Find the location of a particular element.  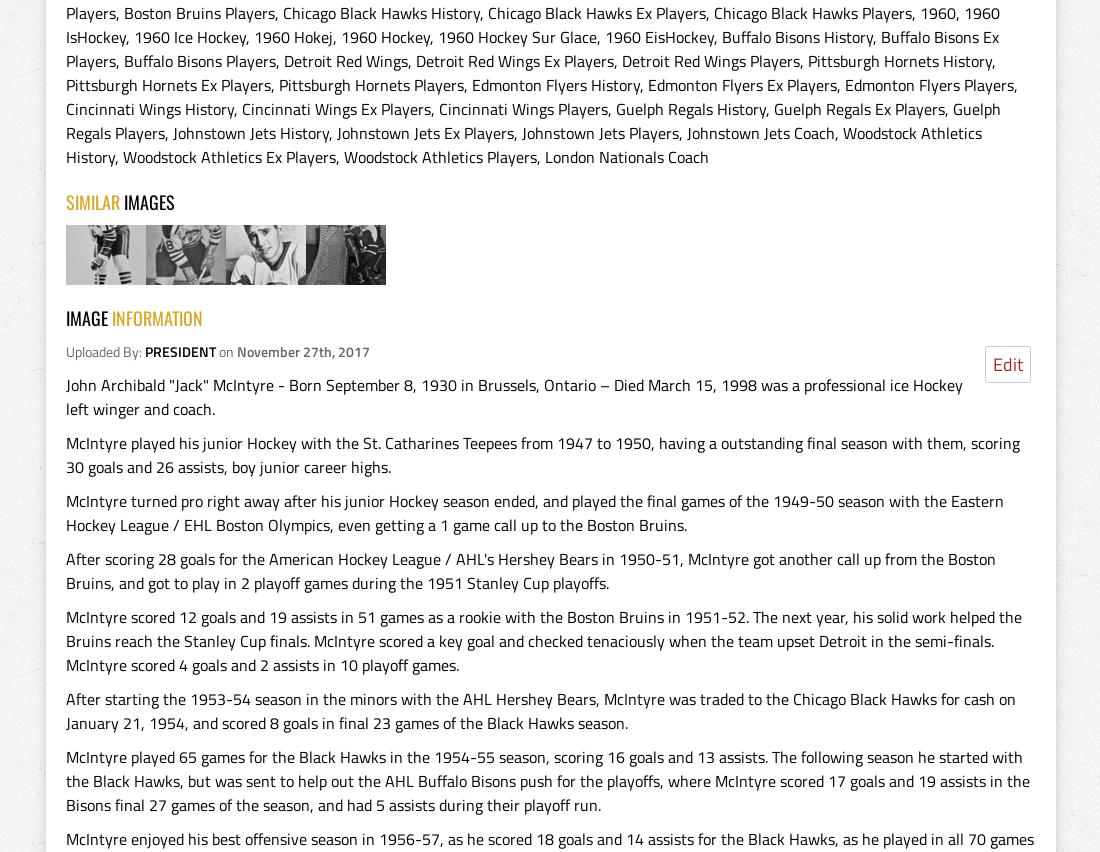

'IMAGE' is located at coordinates (88, 316).